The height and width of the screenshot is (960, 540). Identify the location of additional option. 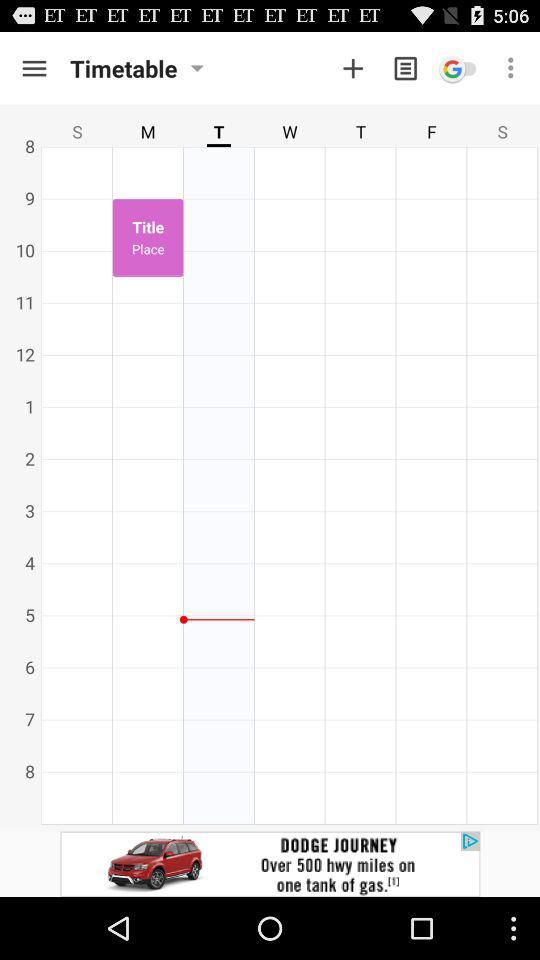
(352, 68).